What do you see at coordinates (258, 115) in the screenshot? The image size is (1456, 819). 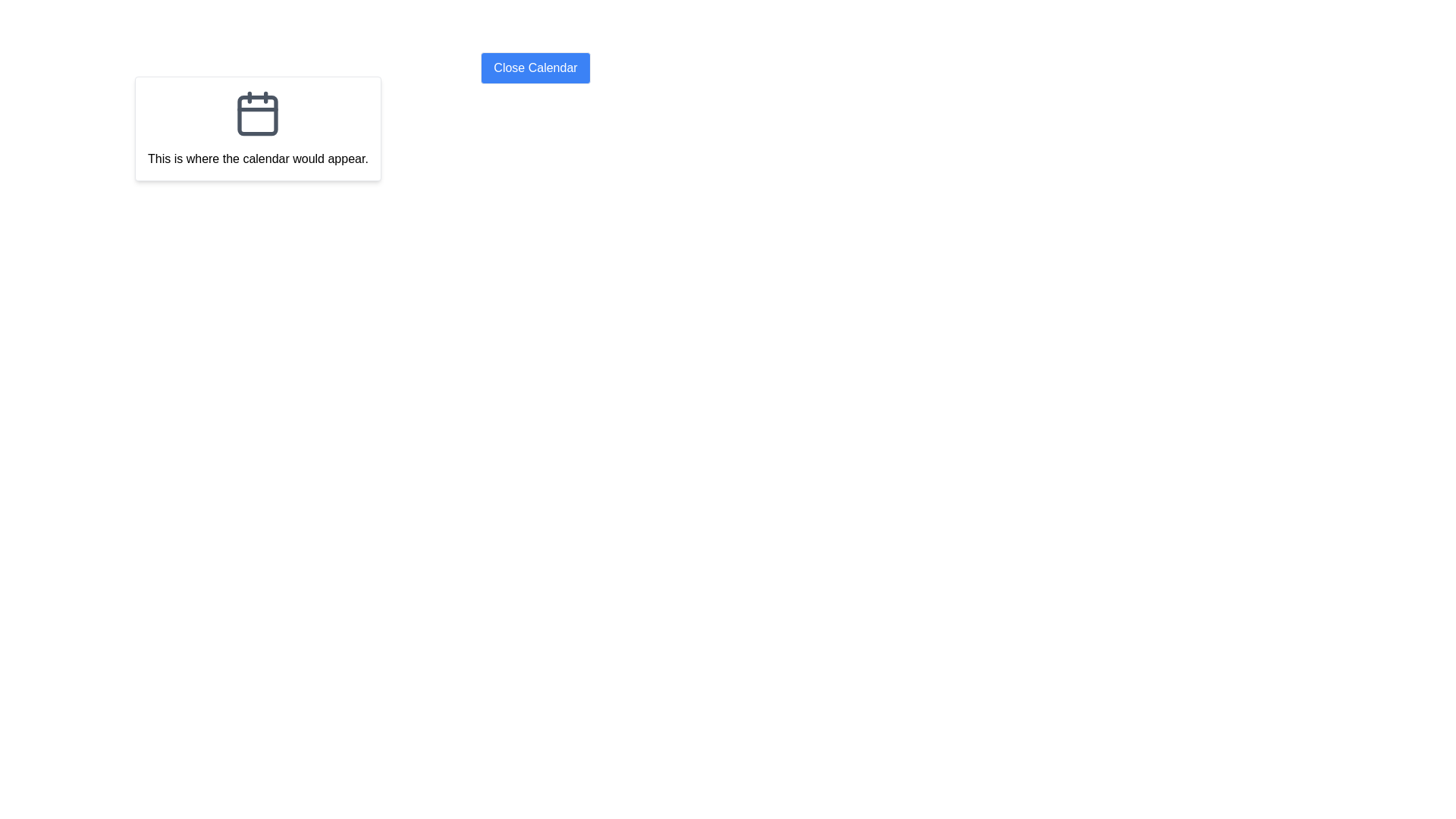 I see `the central area of the calendar grid within the calendar icon, which visually represents the body of a calendar day grid` at bounding box center [258, 115].